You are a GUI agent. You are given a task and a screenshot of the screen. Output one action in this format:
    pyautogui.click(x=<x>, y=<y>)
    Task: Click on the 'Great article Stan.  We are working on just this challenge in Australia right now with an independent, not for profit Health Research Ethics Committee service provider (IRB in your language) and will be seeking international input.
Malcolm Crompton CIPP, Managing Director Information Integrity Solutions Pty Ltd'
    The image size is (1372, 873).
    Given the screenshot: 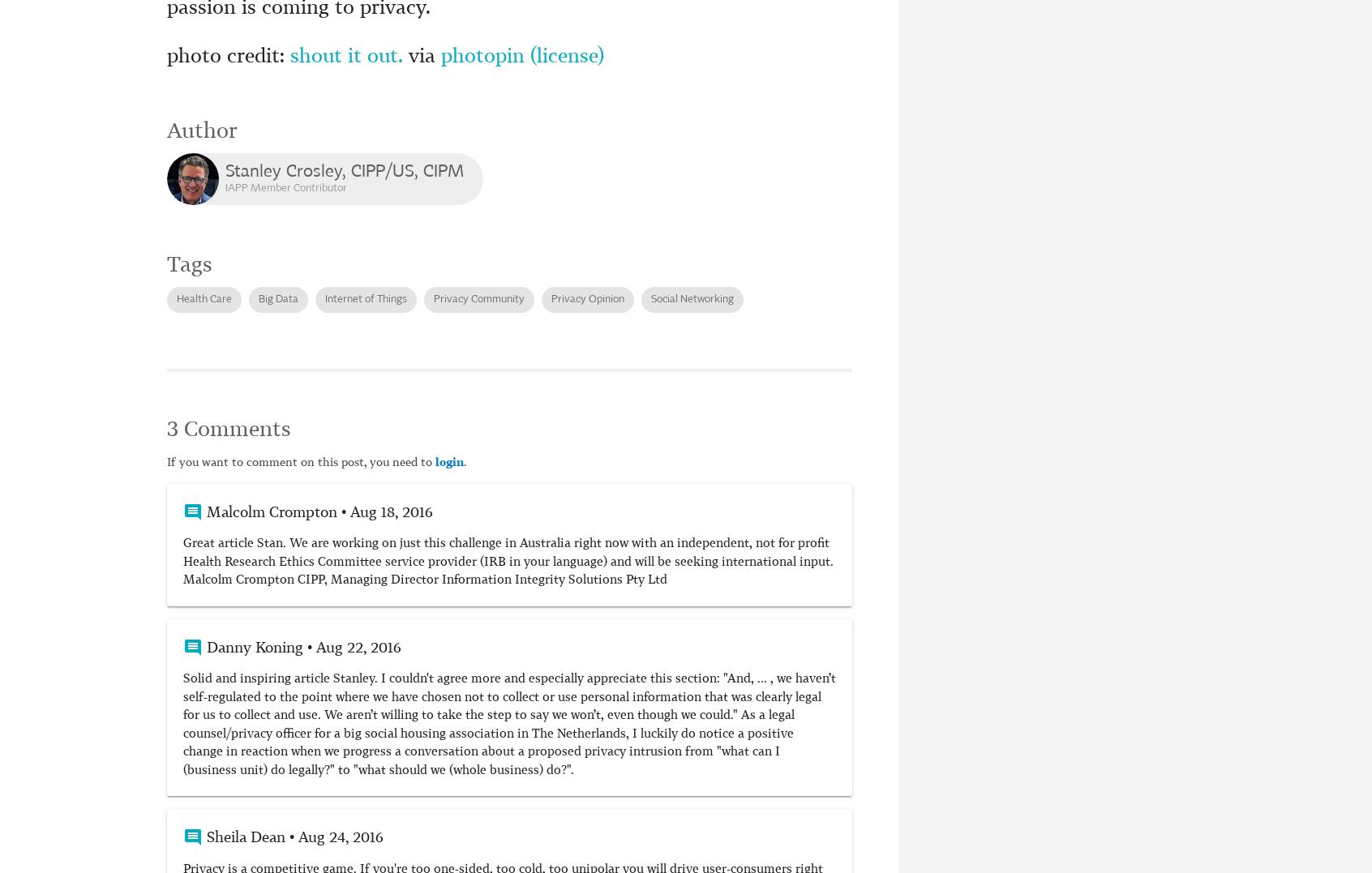 What is the action you would take?
    pyautogui.click(x=508, y=561)
    